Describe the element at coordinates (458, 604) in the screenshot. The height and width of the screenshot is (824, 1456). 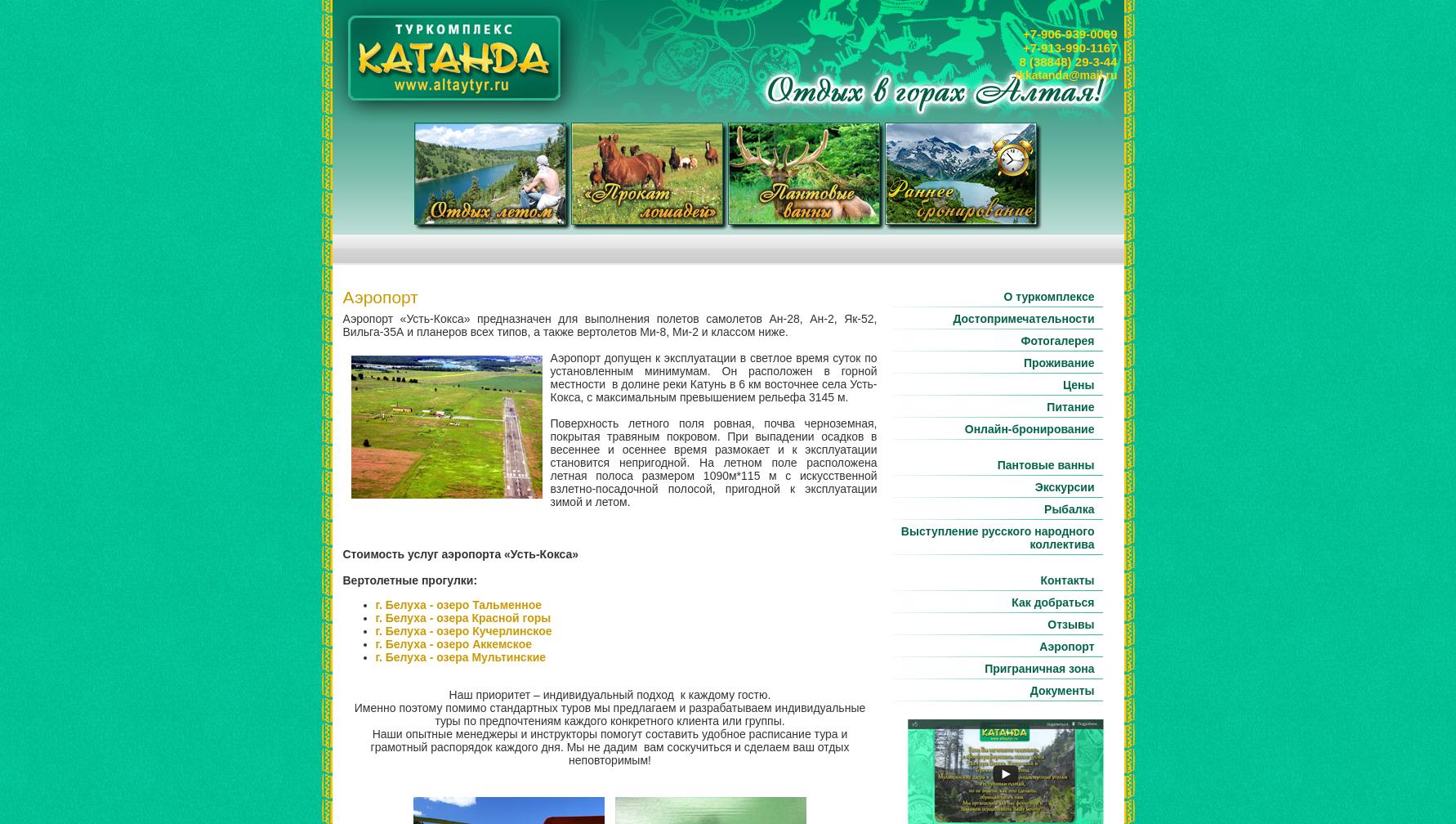
I see `'г. Белуха - озеро Тальменное'` at that location.